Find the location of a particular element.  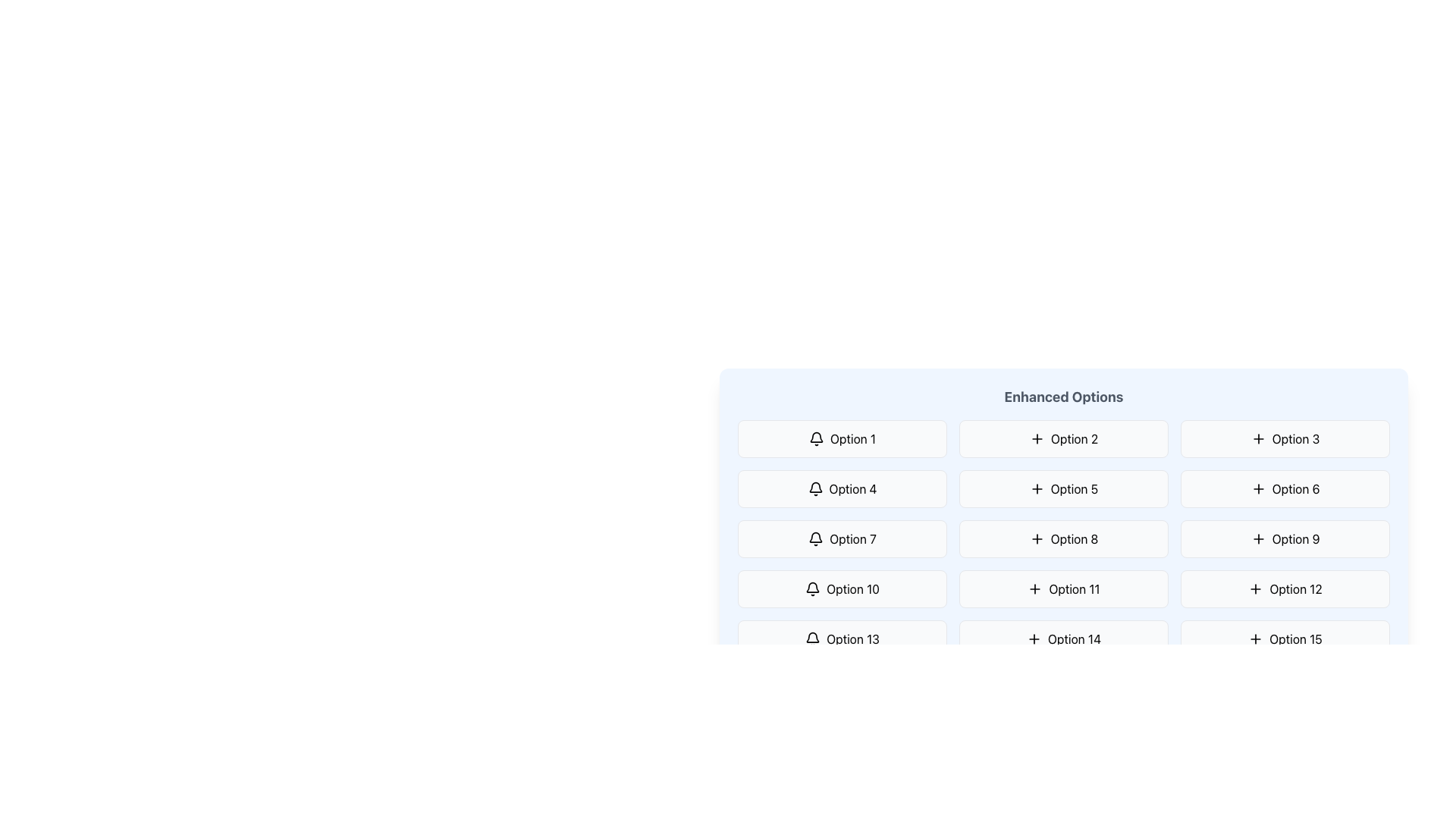

the notification icon located in the 'Option 4' button area, which is the second item in its column, to visually indicate an alert is located at coordinates (814, 487).